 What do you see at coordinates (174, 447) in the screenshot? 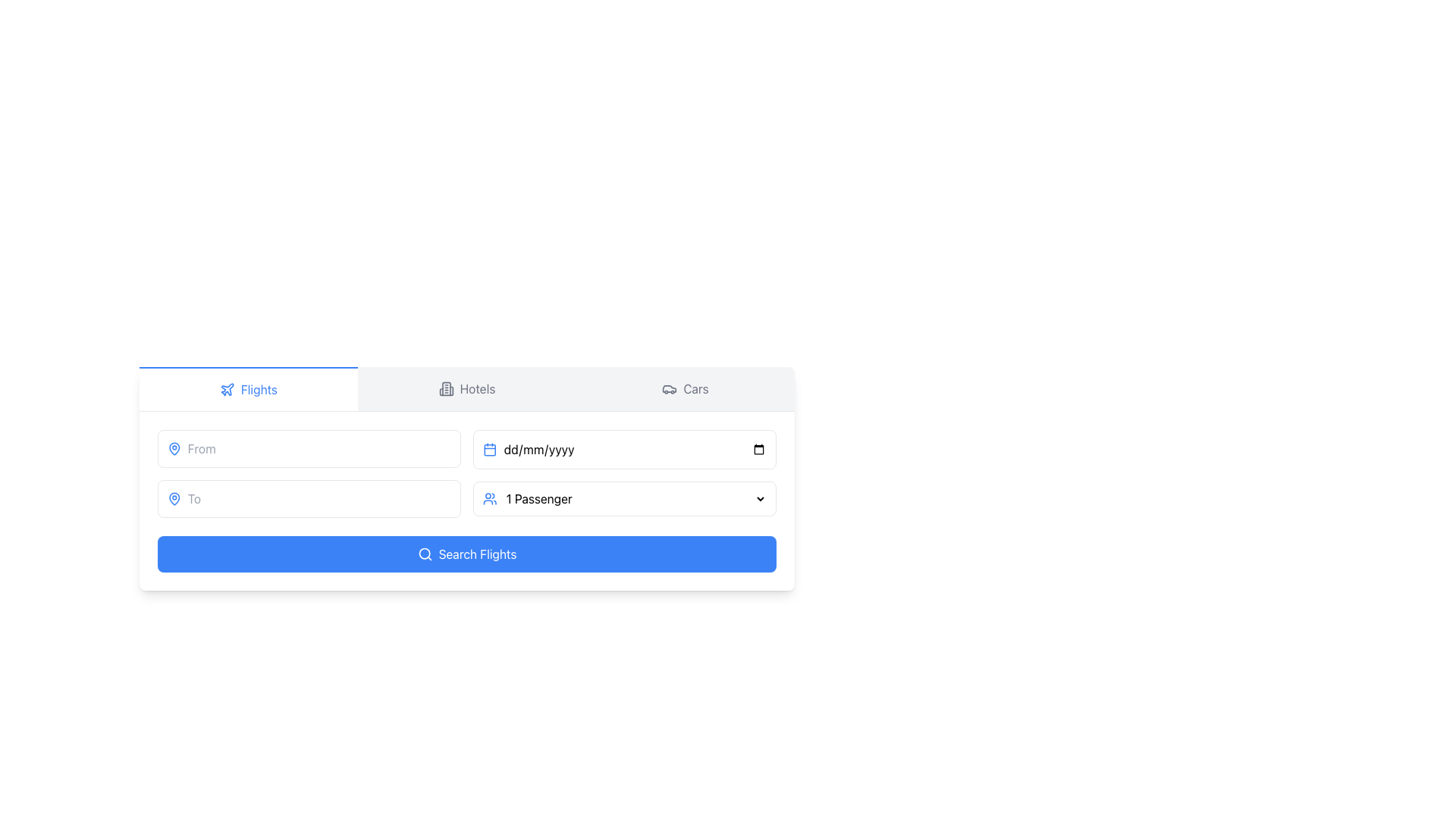
I see `the SVG icon representing the 'From' field, located next to the 'From' text field in the first row of options` at bounding box center [174, 447].